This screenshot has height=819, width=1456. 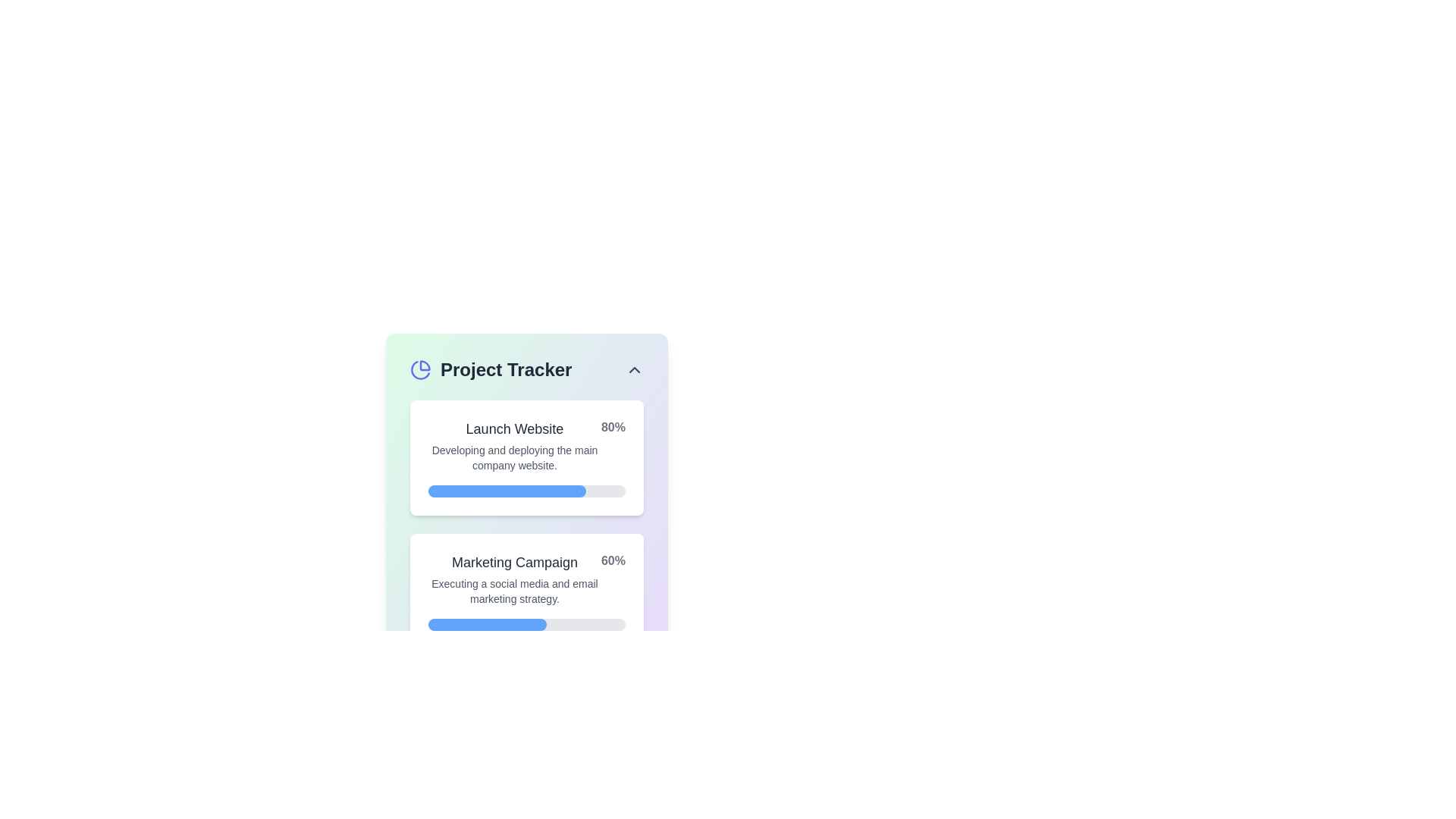 What do you see at coordinates (514, 457) in the screenshot?
I see `the text block containing the content 'Developing and deploying the main company website.' which is styled in a smaller gray font and located under the title 'Launch Website.'` at bounding box center [514, 457].